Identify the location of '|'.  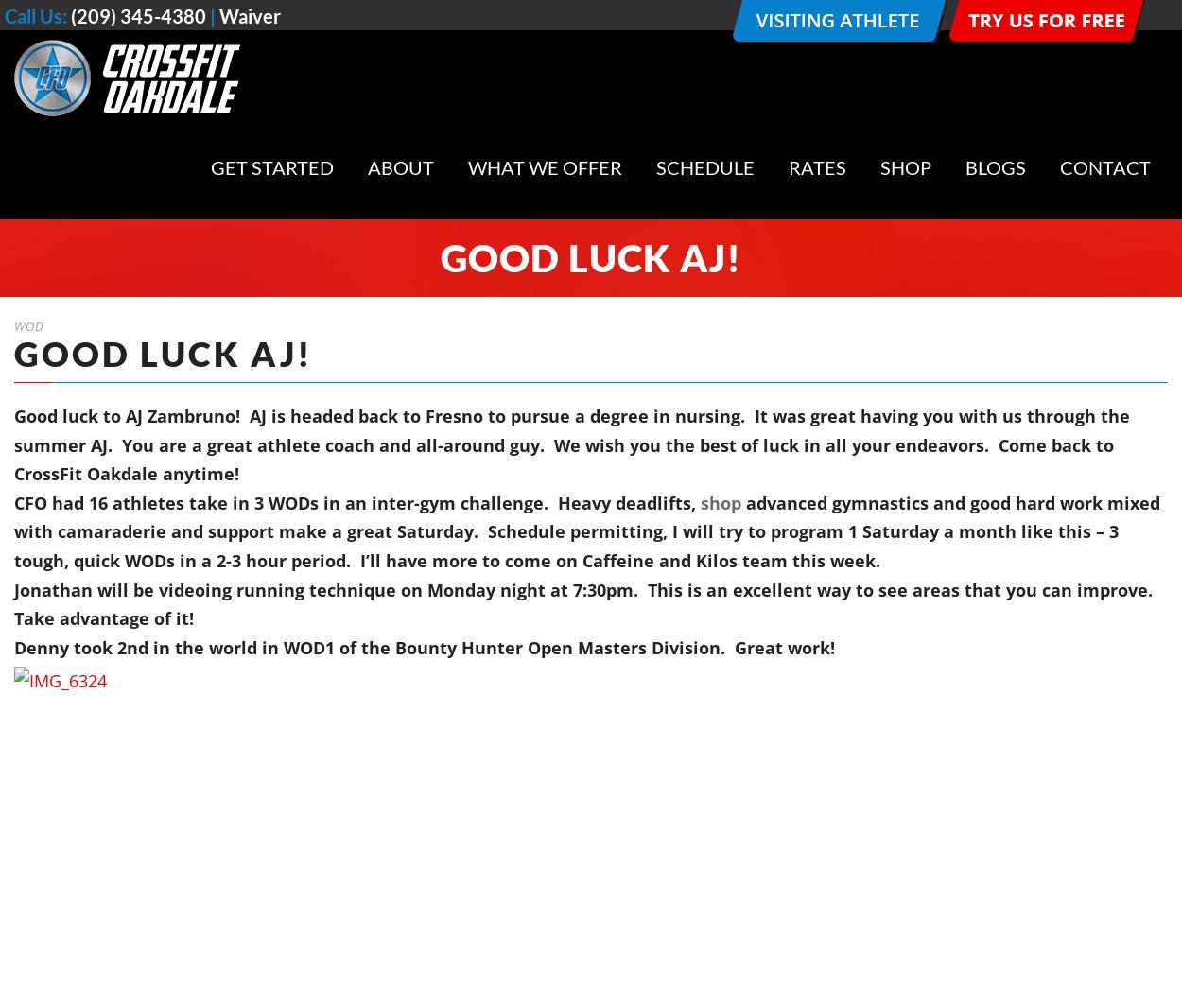
(209, 14).